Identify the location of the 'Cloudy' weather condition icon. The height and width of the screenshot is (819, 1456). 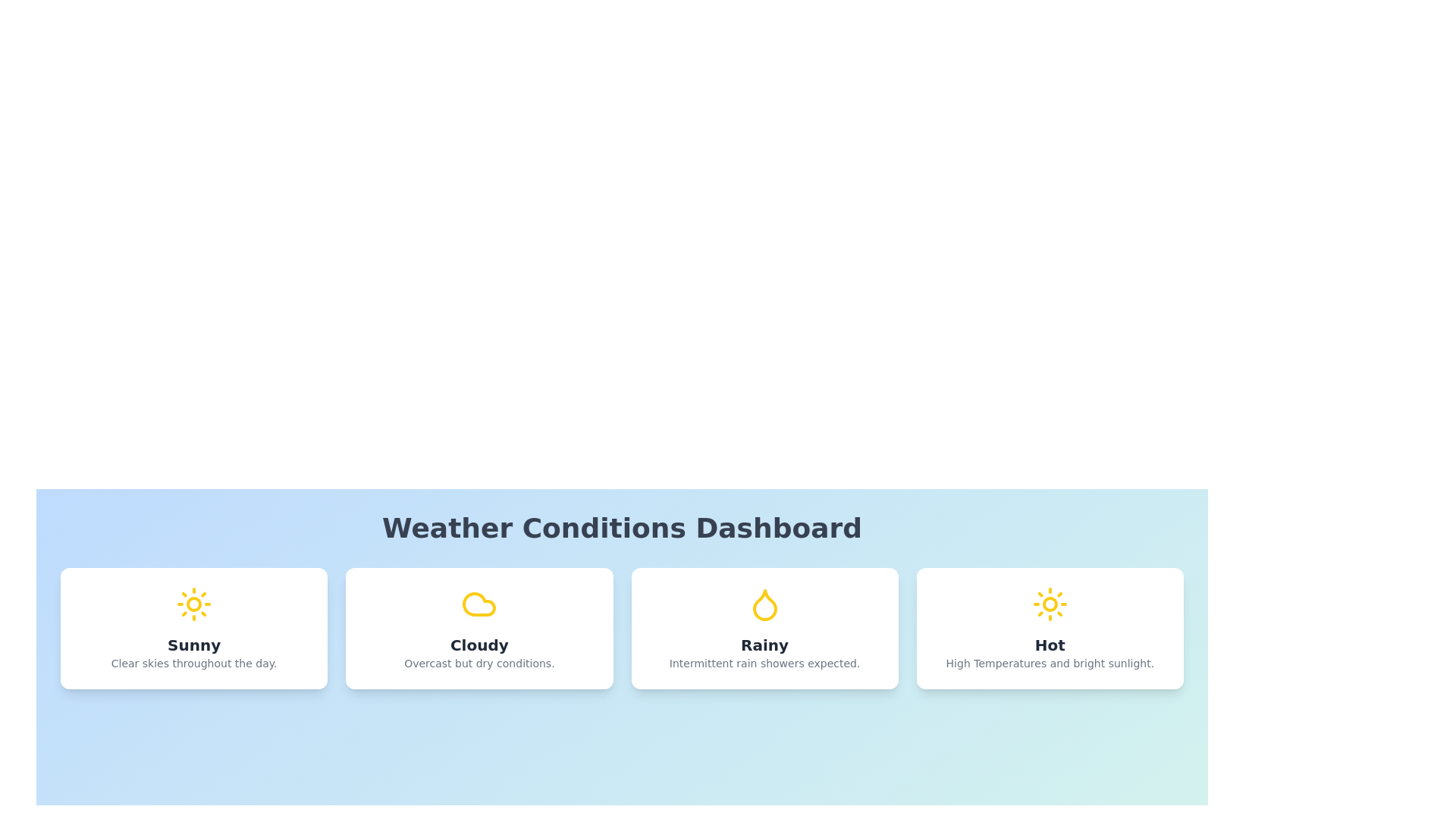
(479, 604).